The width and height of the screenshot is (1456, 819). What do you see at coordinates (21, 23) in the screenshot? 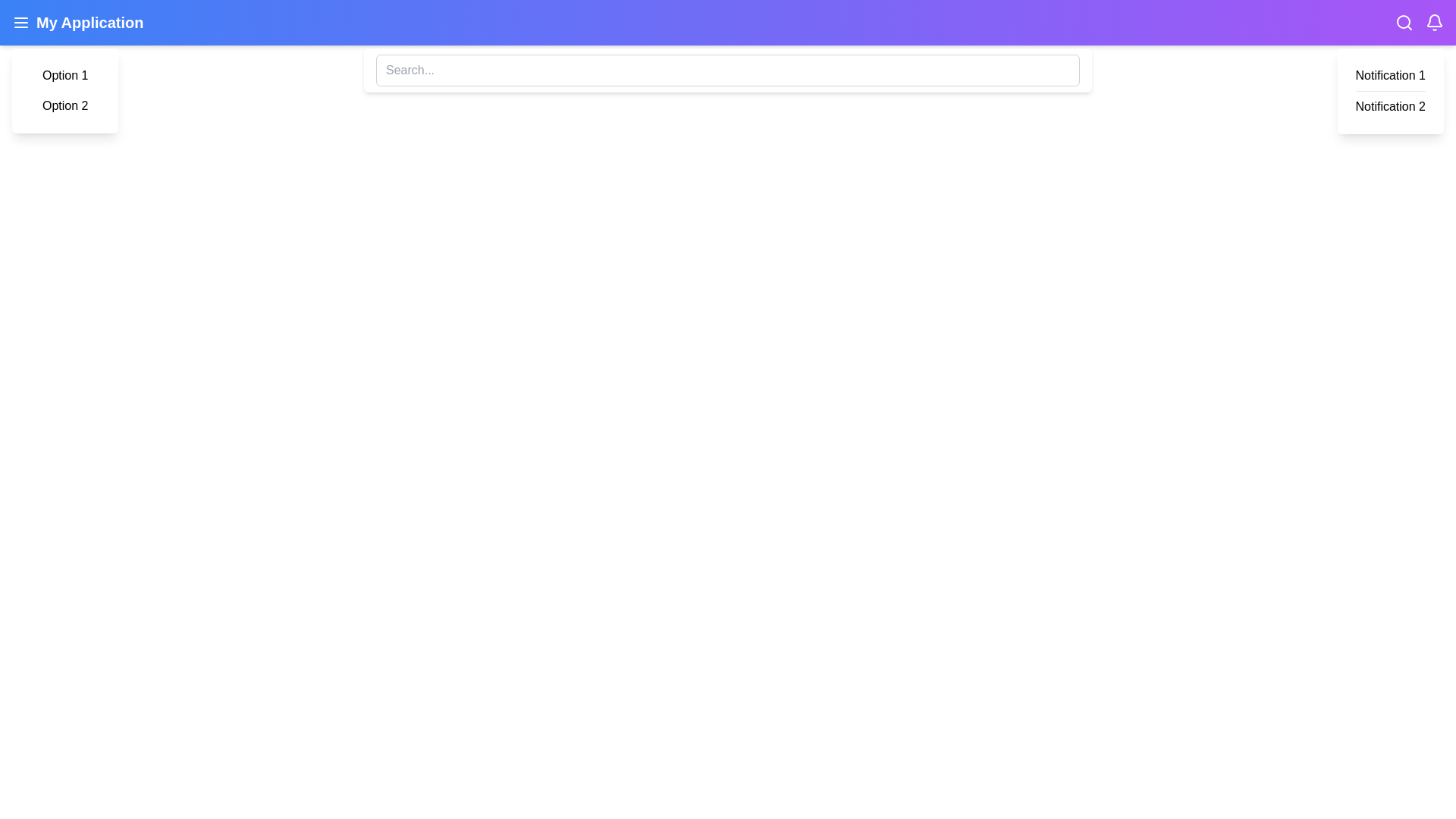
I see `the navigation toggle button located at the top-left corner of the header bar, adjacent to the application title 'My Application', to receive additional visual feedback` at bounding box center [21, 23].